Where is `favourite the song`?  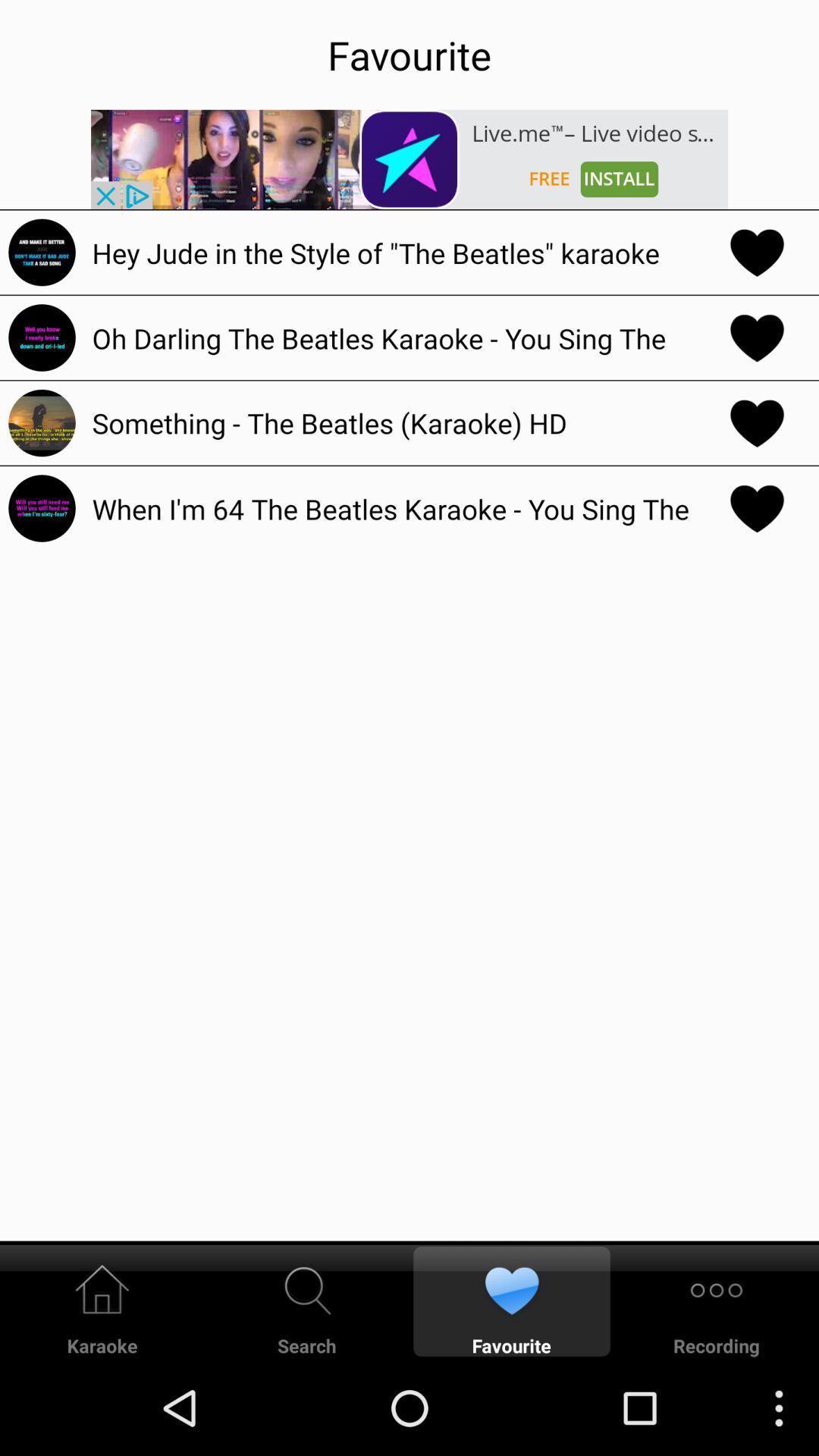
favourite the song is located at coordinates (757, 252).